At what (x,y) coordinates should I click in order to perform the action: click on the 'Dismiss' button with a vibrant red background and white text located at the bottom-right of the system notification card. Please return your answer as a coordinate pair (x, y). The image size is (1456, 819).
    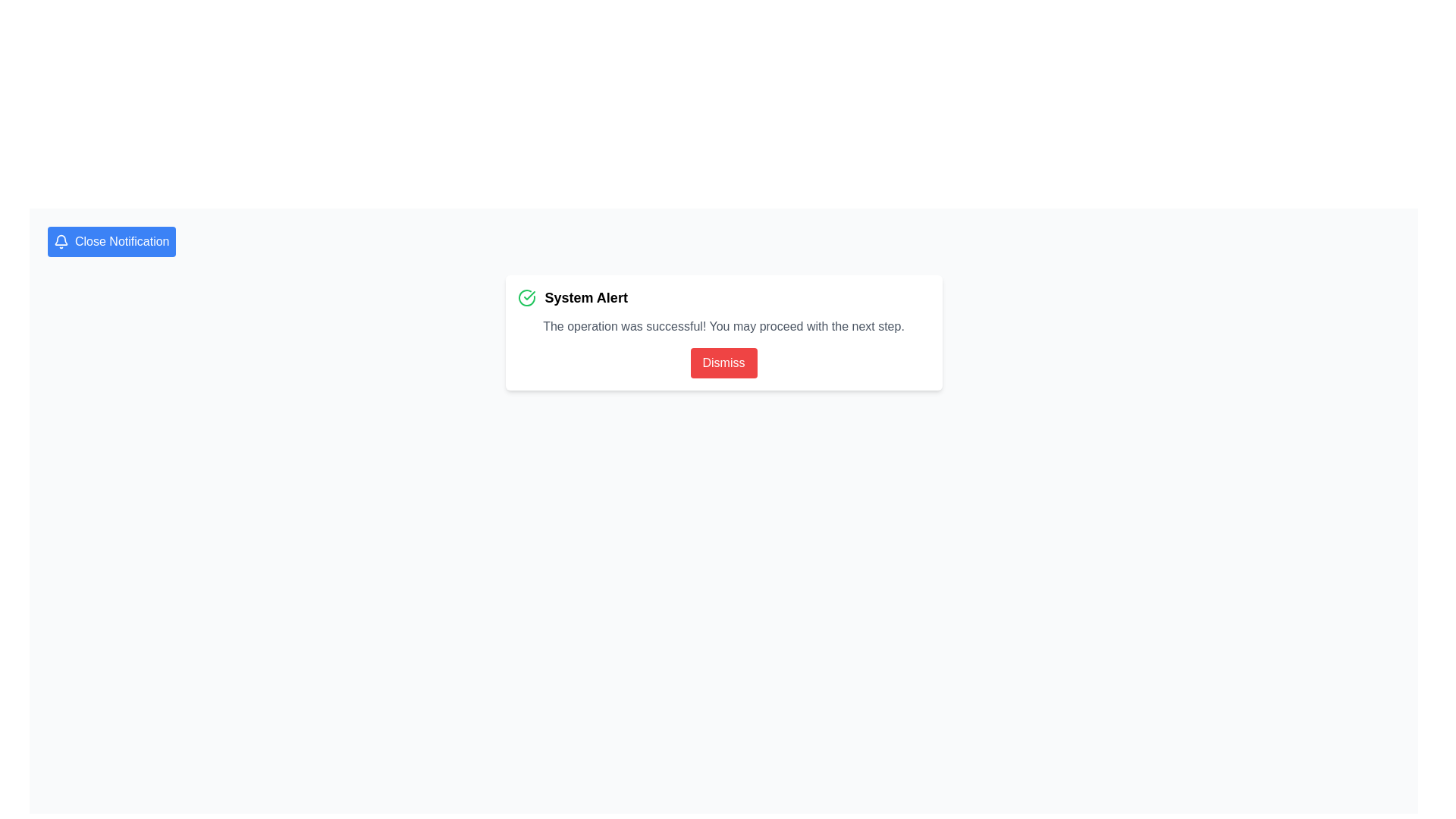
    Looking at the image, I should click on (723, 362).